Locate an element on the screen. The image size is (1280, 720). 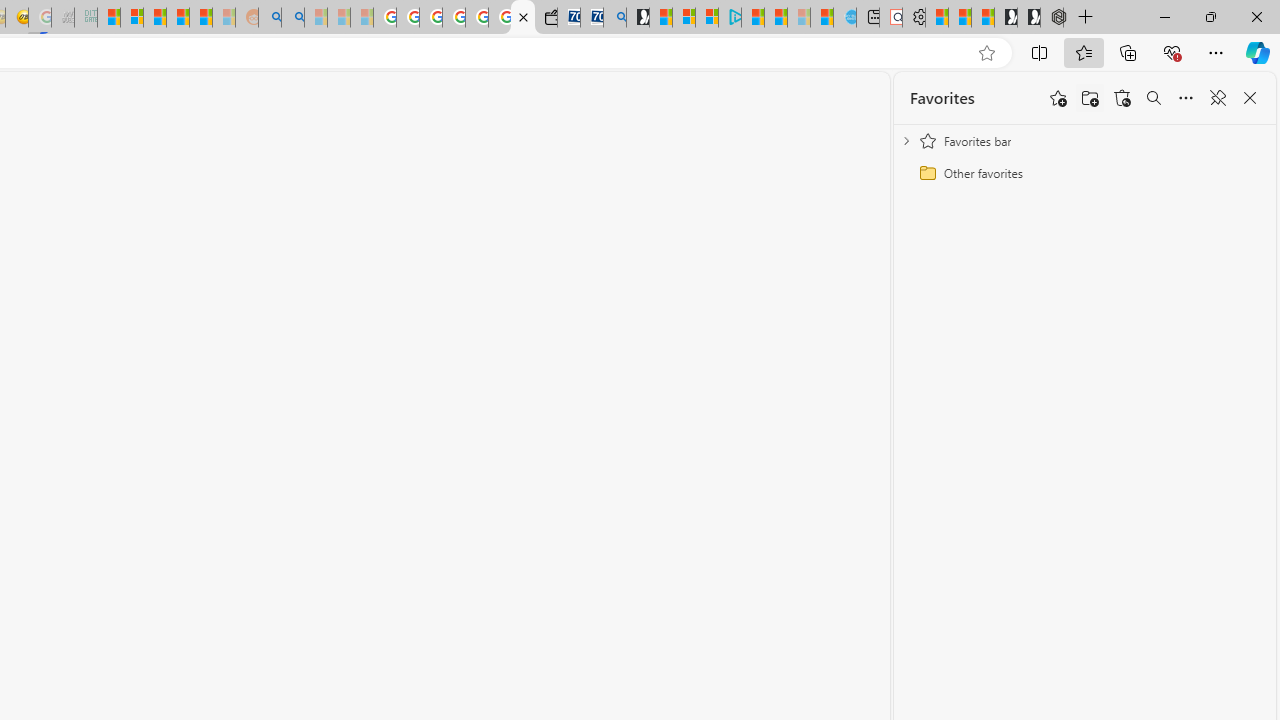
'Wallet' is located at coordinates (545, 17).